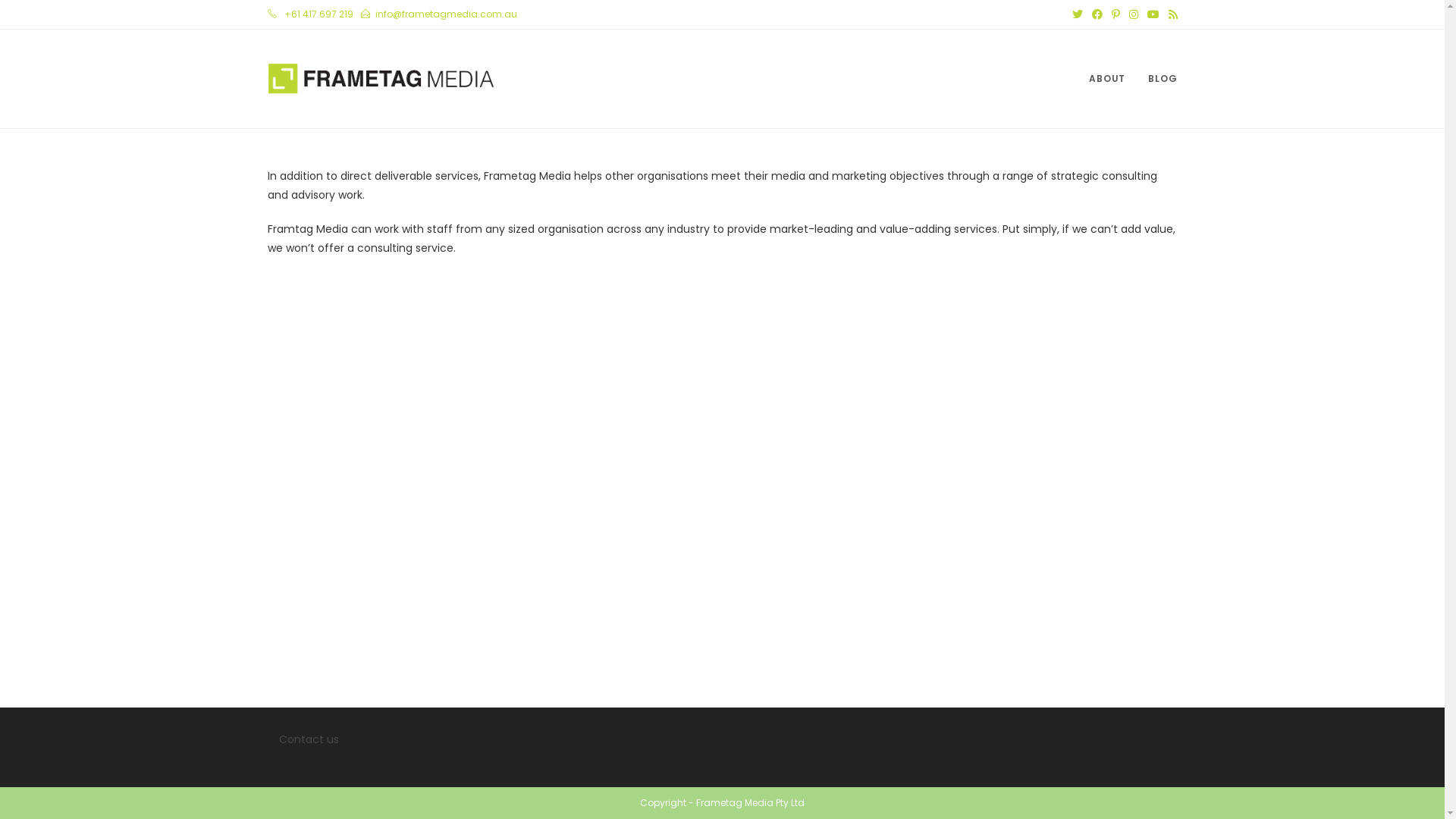  What do you see at coordinates (1161, 79) in the screenshot?
I see `'BLOG'` at bounding box center [1161, 79].